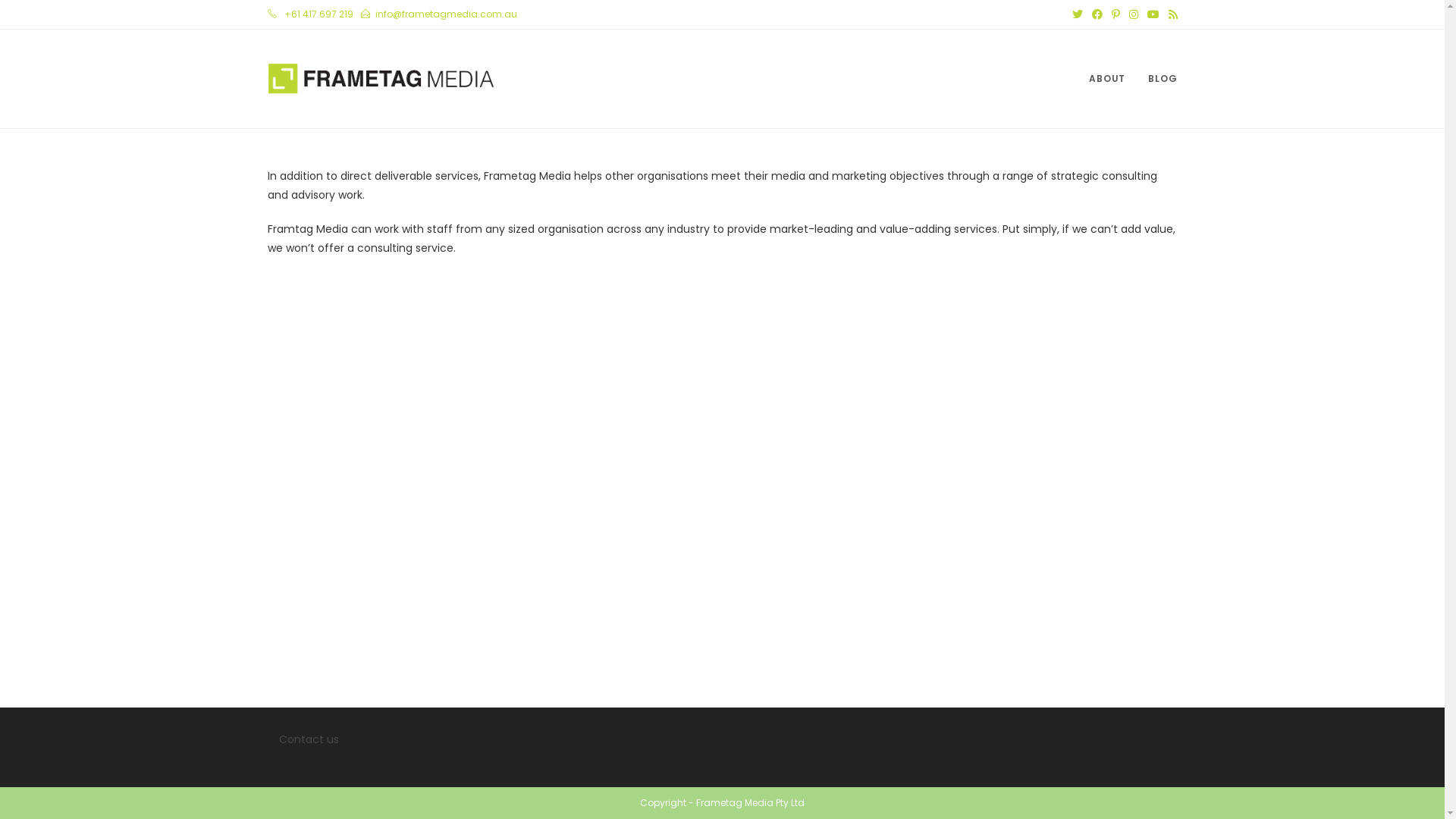  What do you see at coordinates (1161, 79) in the screenshot?
I see `'BLOG'` at bounding box center [1161, 79].